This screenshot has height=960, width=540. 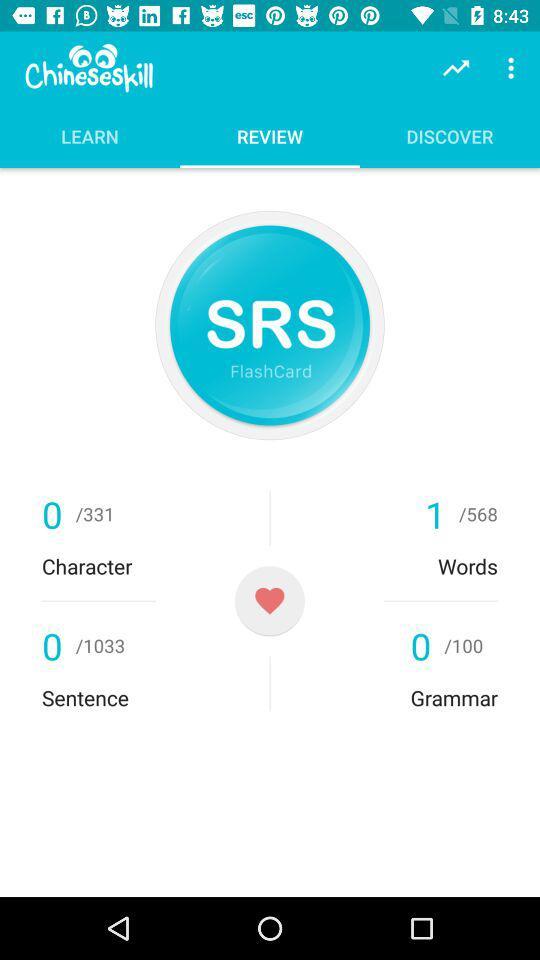 What do you see at coordinates (269, 600) in the screenshot?
I see `the favorite icon` at bounding box center [269, 600].